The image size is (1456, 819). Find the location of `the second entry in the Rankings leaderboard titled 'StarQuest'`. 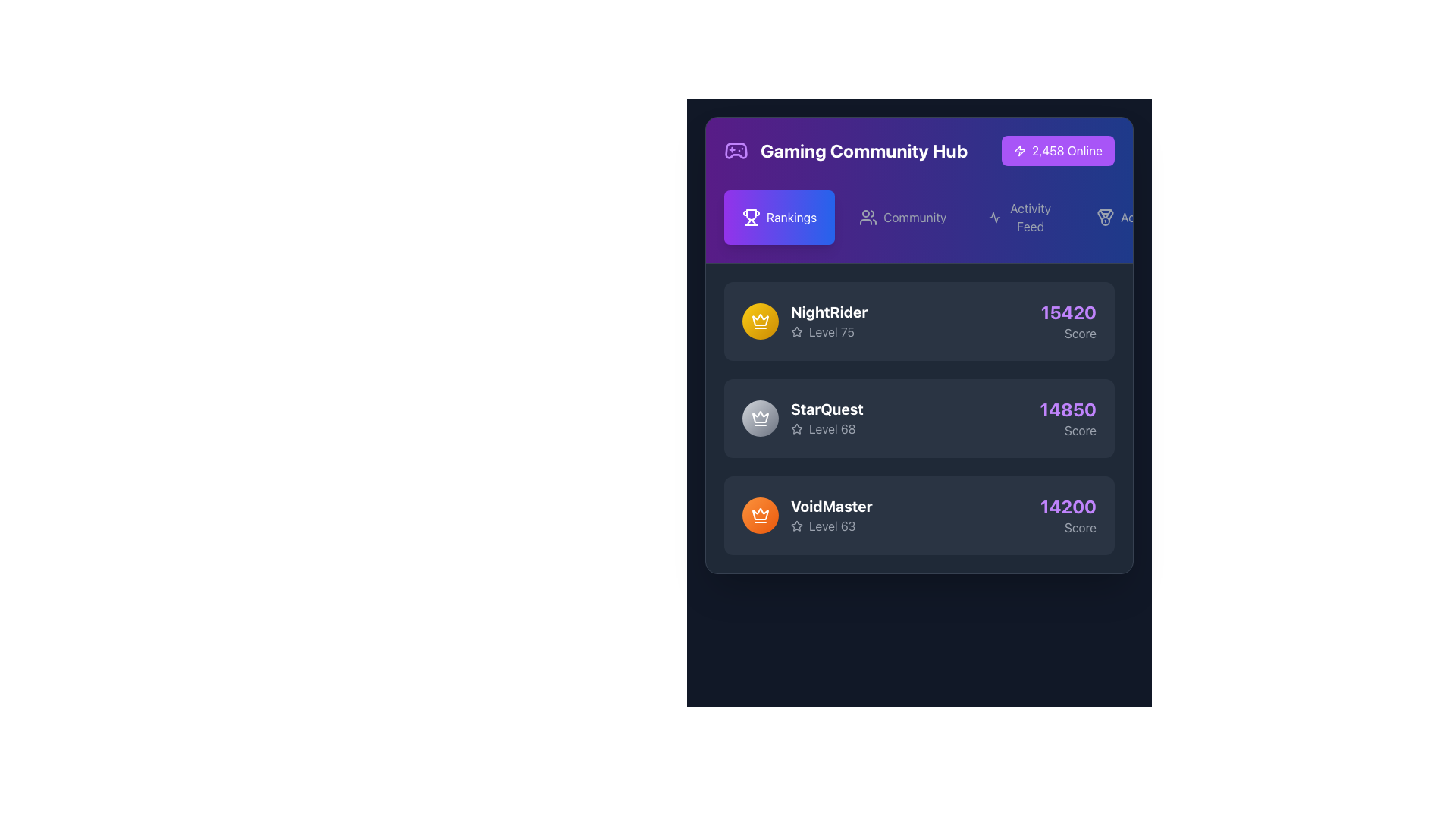

the second entry in the Rankings leaderboard titled 'StarQuest' is located at coordinates (918, 418).